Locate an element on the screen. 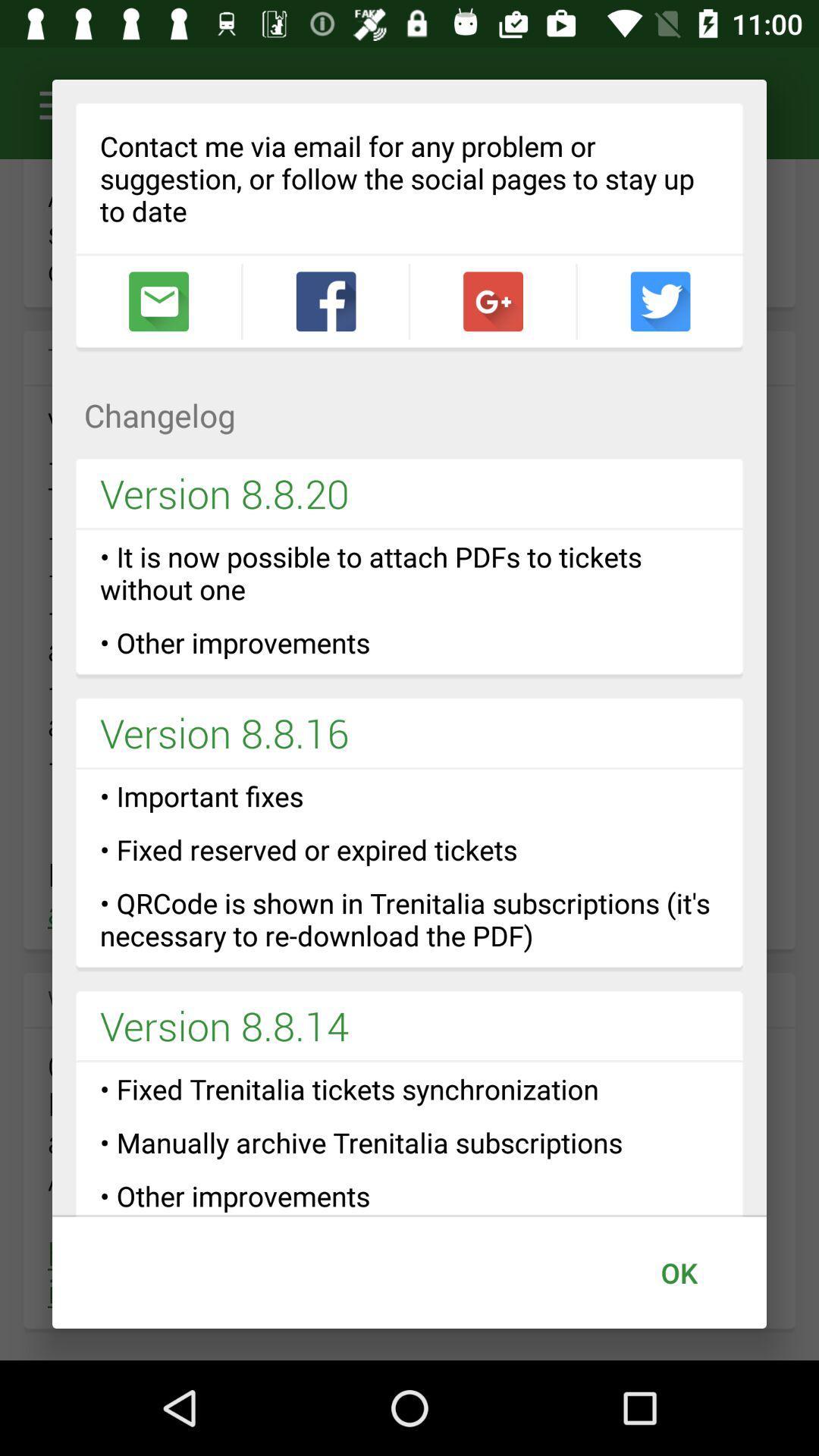  item above changelog is located at coordinates (659, 301).